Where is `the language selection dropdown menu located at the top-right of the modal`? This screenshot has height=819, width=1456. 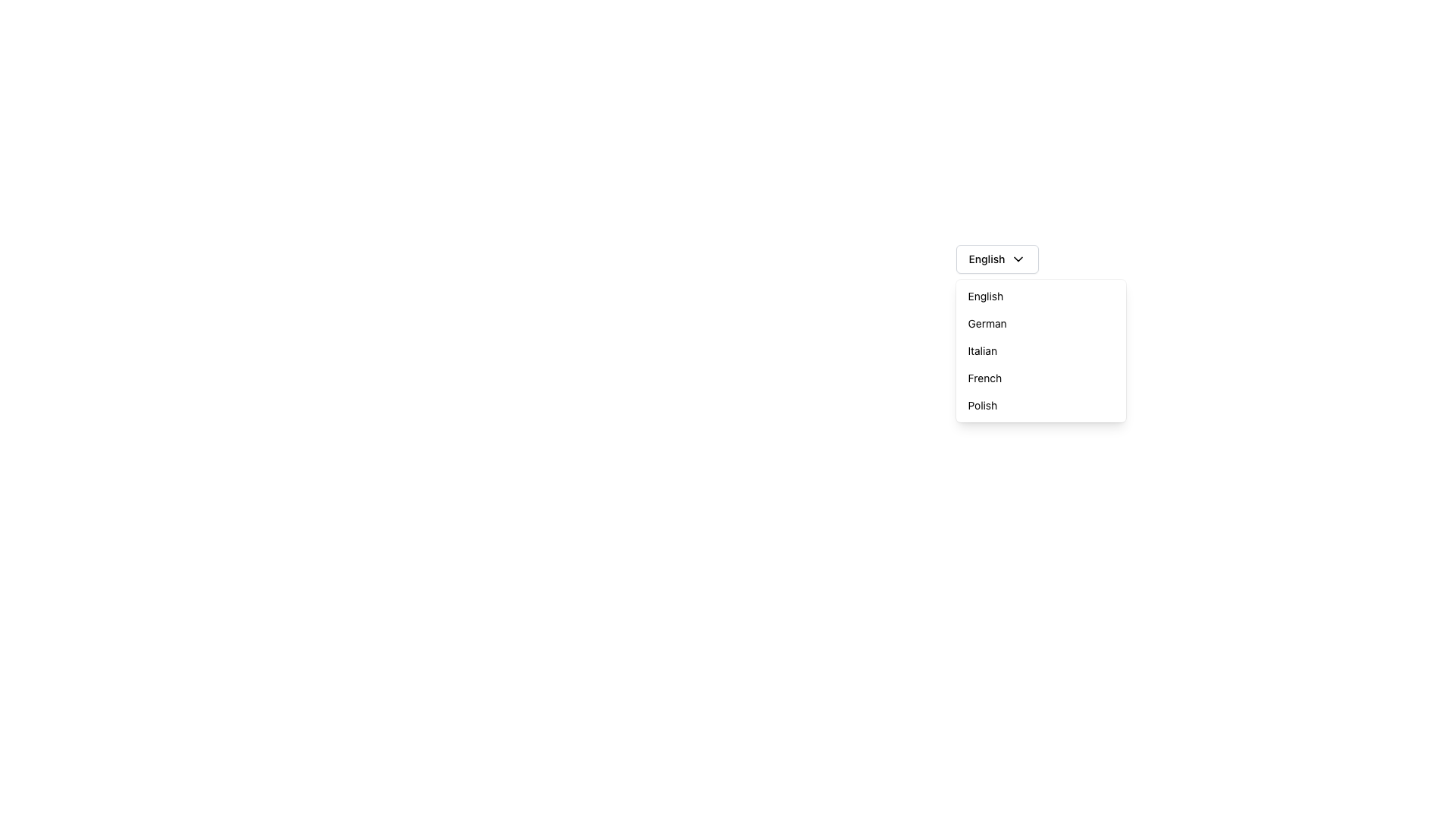
the language selection dropdown menu located at the top-right of the modal is located at coordinates (997, 259).